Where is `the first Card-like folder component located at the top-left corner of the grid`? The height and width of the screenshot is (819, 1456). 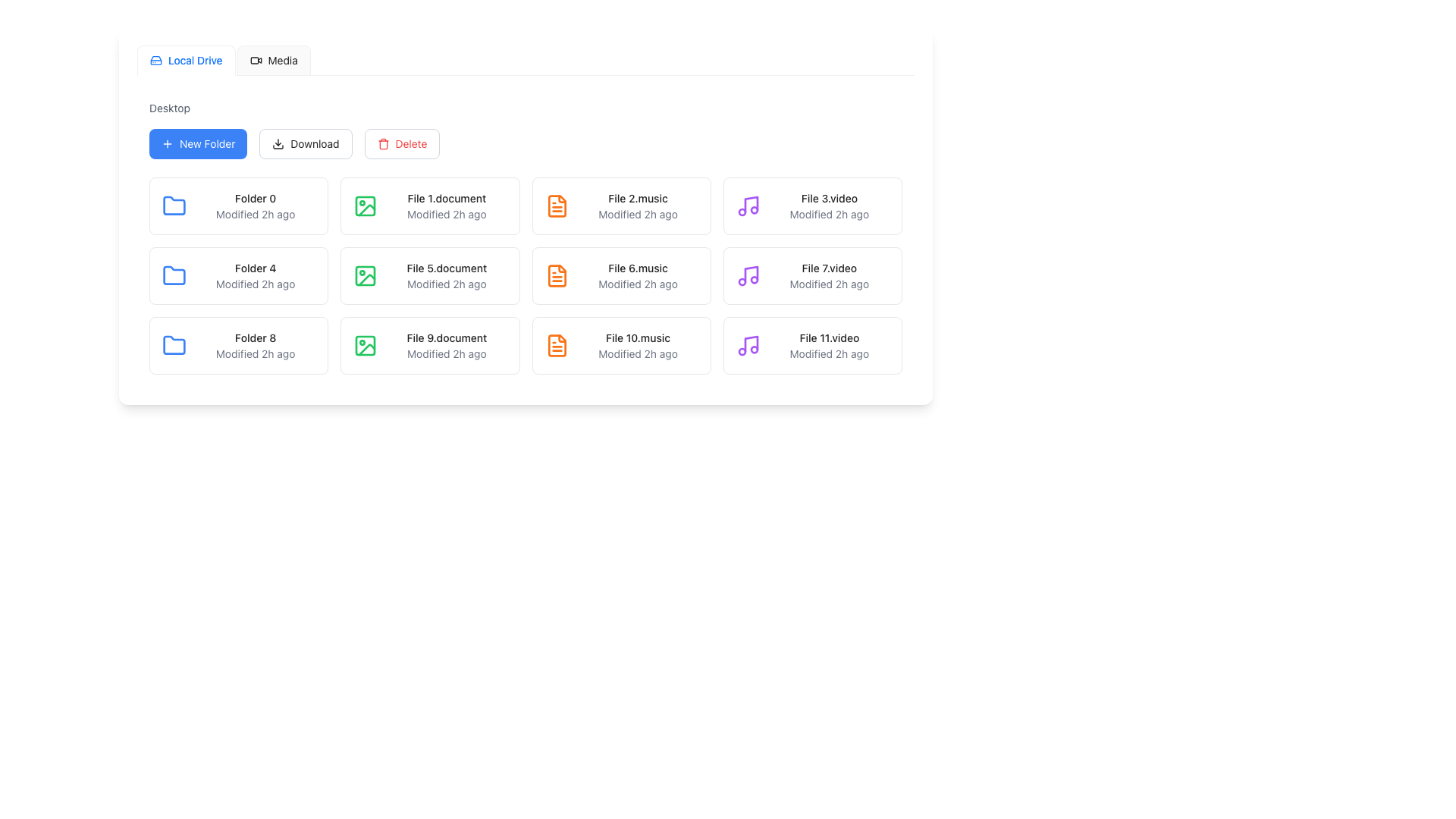
the first Card-like folder component located at the top-left corner of the grid is located at coordinates (238, 206).